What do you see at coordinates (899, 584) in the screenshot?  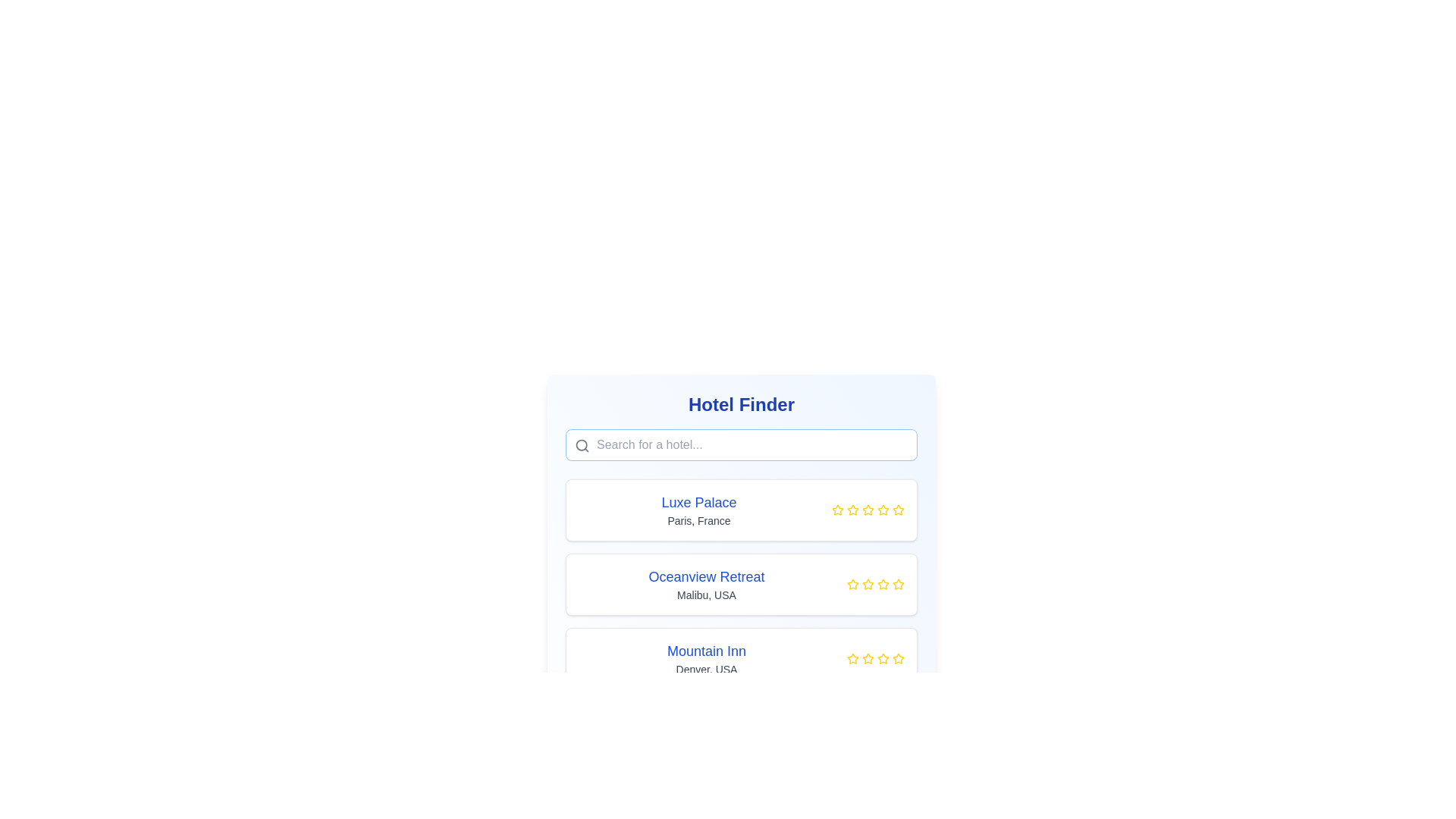 I see `the fifth rating star in the user rating system for 'Oceanview Retreat'` at bounding box center [899, 584].